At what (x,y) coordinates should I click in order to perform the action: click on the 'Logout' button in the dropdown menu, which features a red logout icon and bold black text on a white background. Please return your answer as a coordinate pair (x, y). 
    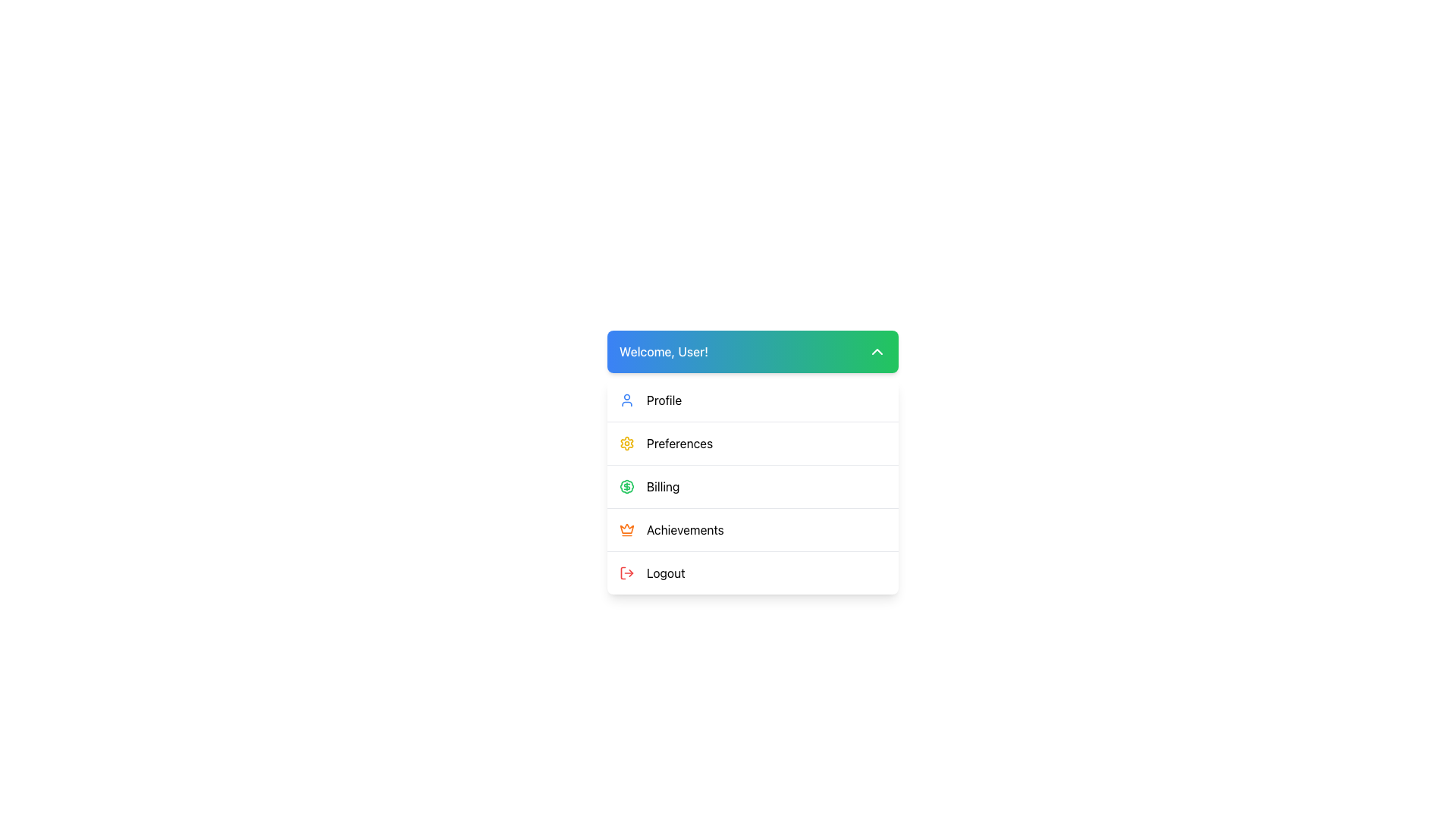
    Looking at the image, I should click on (753, 573).